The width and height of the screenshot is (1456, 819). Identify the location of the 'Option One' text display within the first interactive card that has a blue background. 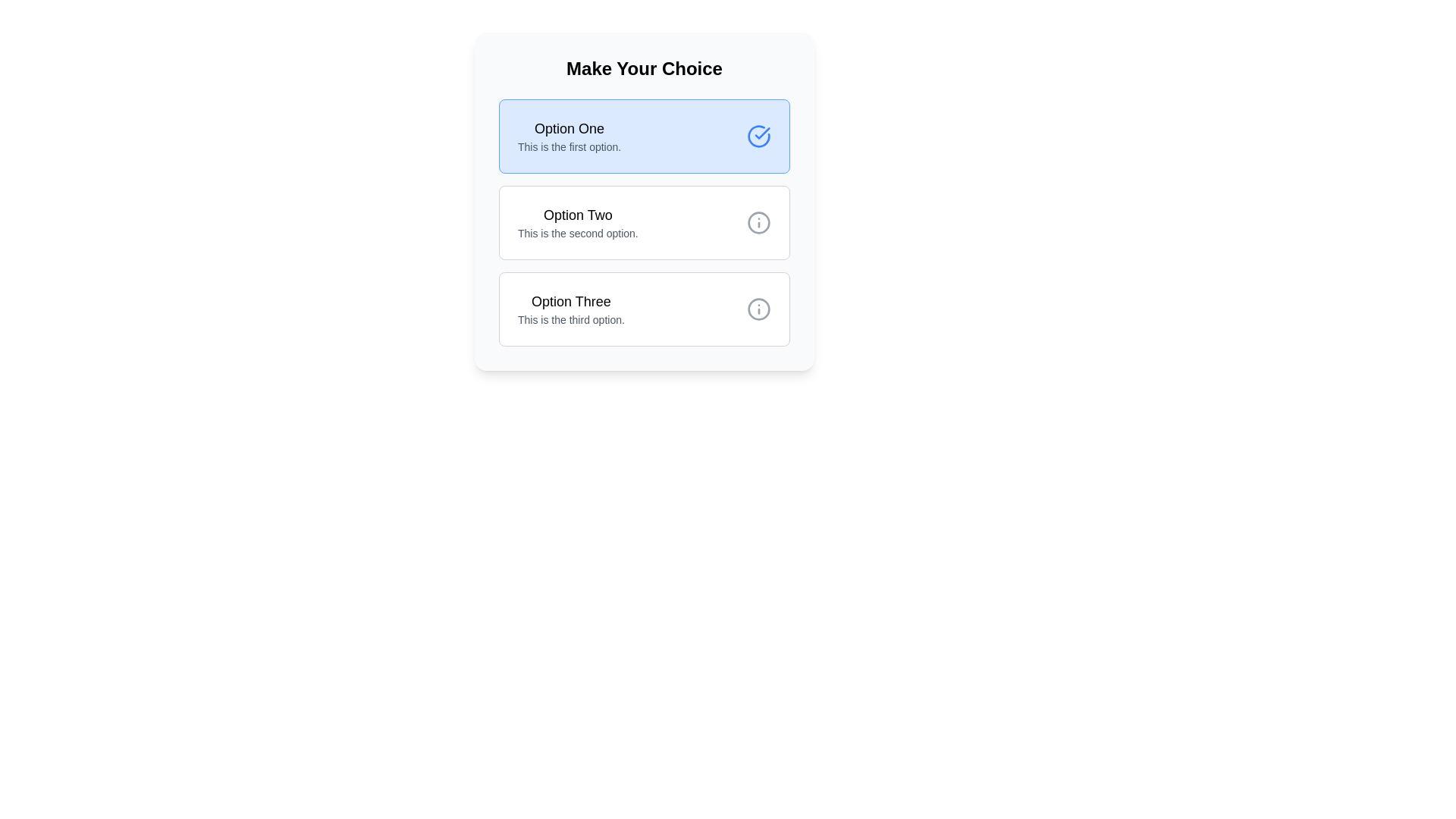
(569, 136).